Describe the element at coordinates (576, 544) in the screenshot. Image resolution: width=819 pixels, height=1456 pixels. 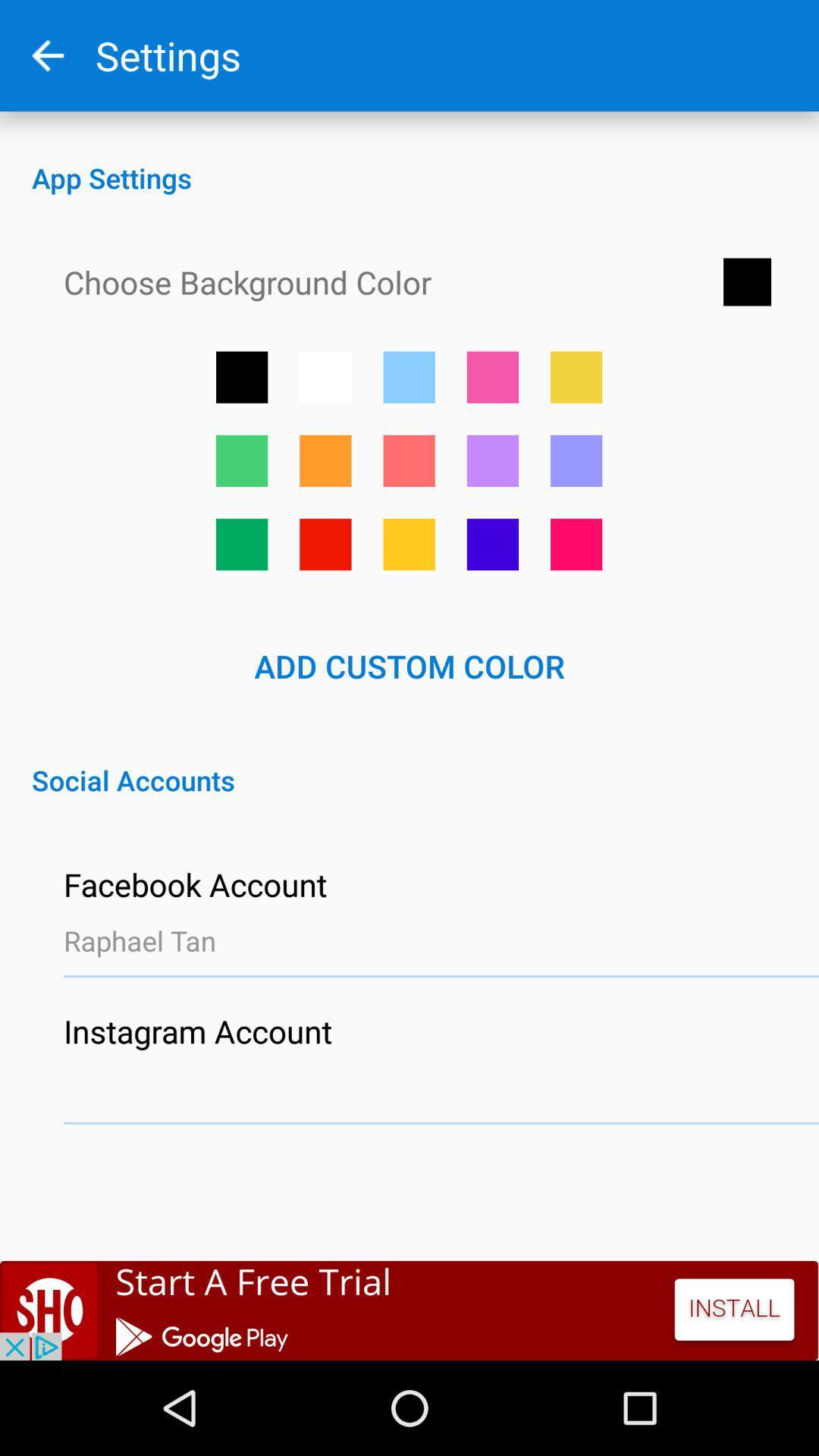
I see `set background color to dark pink` at that location.